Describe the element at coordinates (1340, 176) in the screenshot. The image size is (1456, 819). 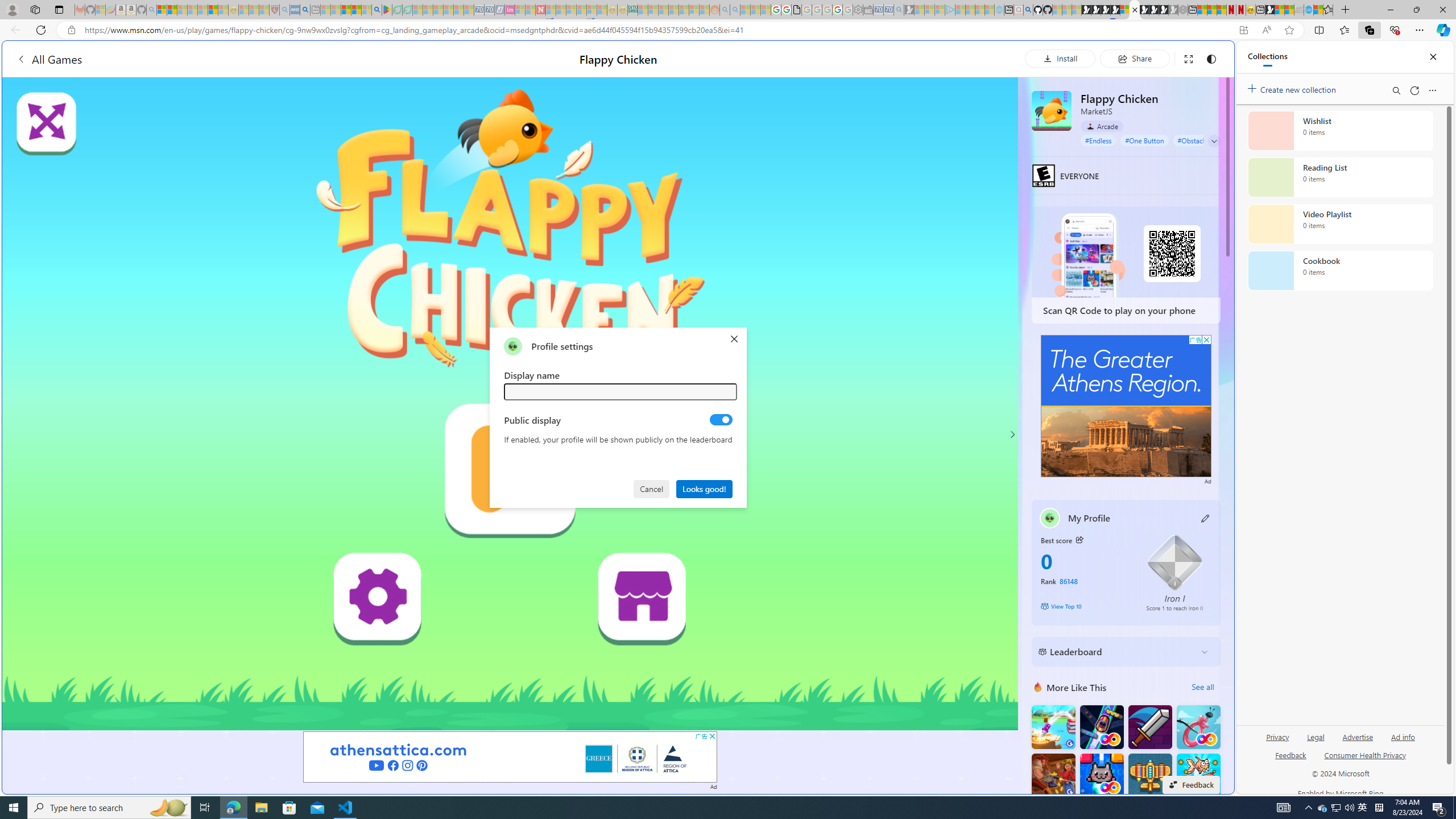
I see `'Reading List collection, 0 items'` at that location.